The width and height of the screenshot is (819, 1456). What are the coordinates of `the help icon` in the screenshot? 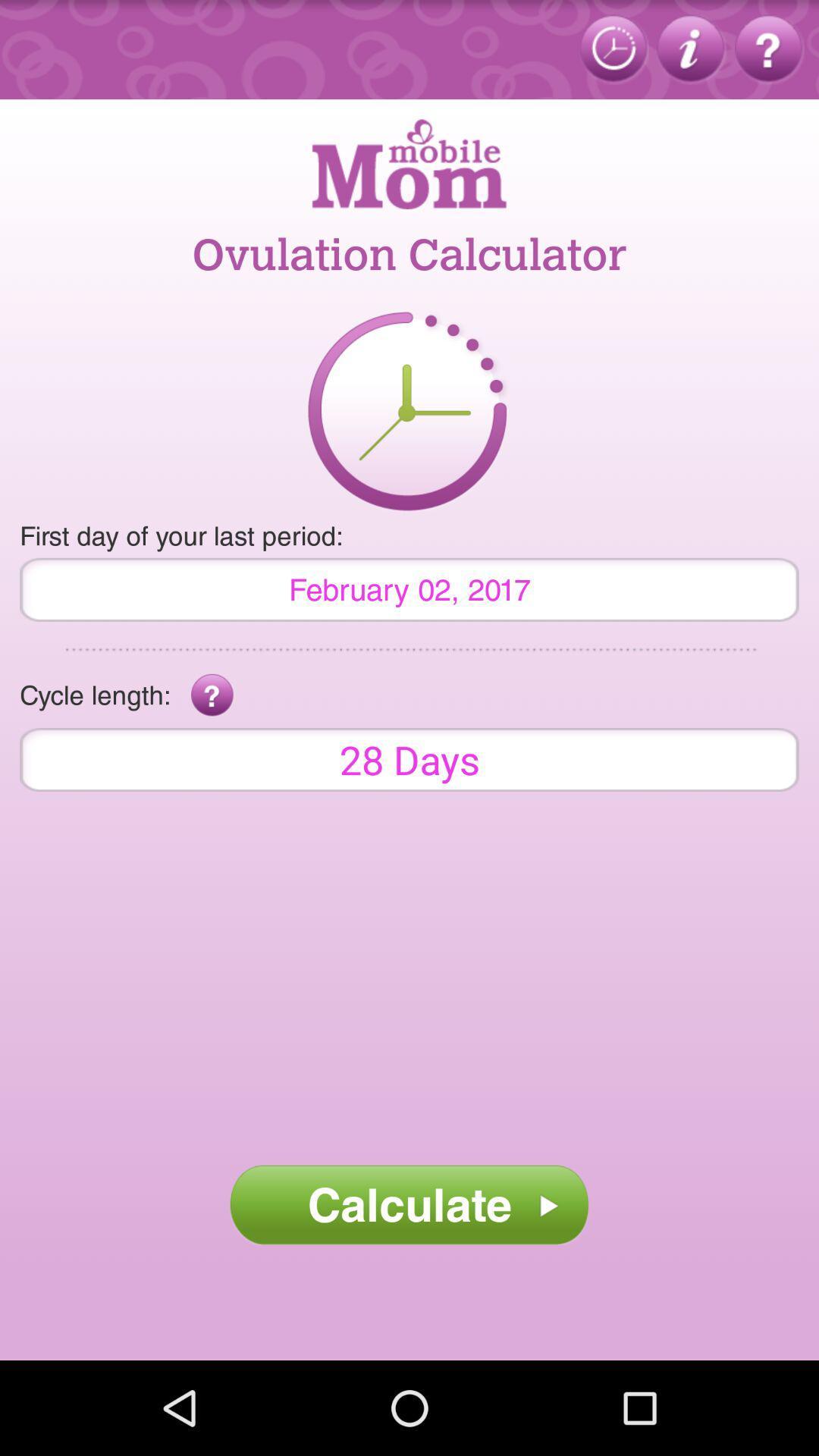 It's located at (212, 745).